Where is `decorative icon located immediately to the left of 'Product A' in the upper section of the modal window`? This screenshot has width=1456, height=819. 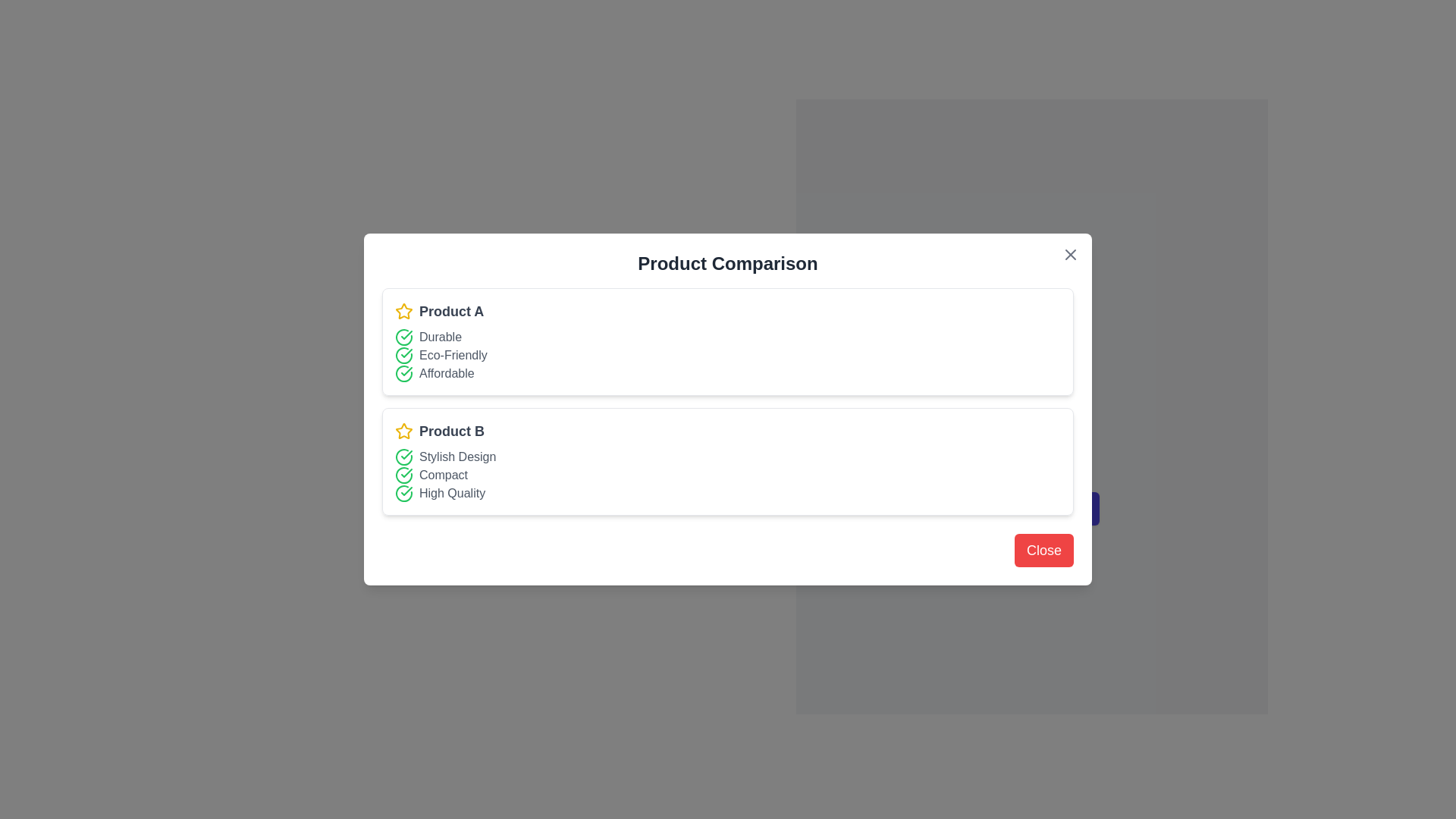
decorative icon located immediately to the left of 'Product A' in the upper section of the modal window is located at coordinates (403, 311).